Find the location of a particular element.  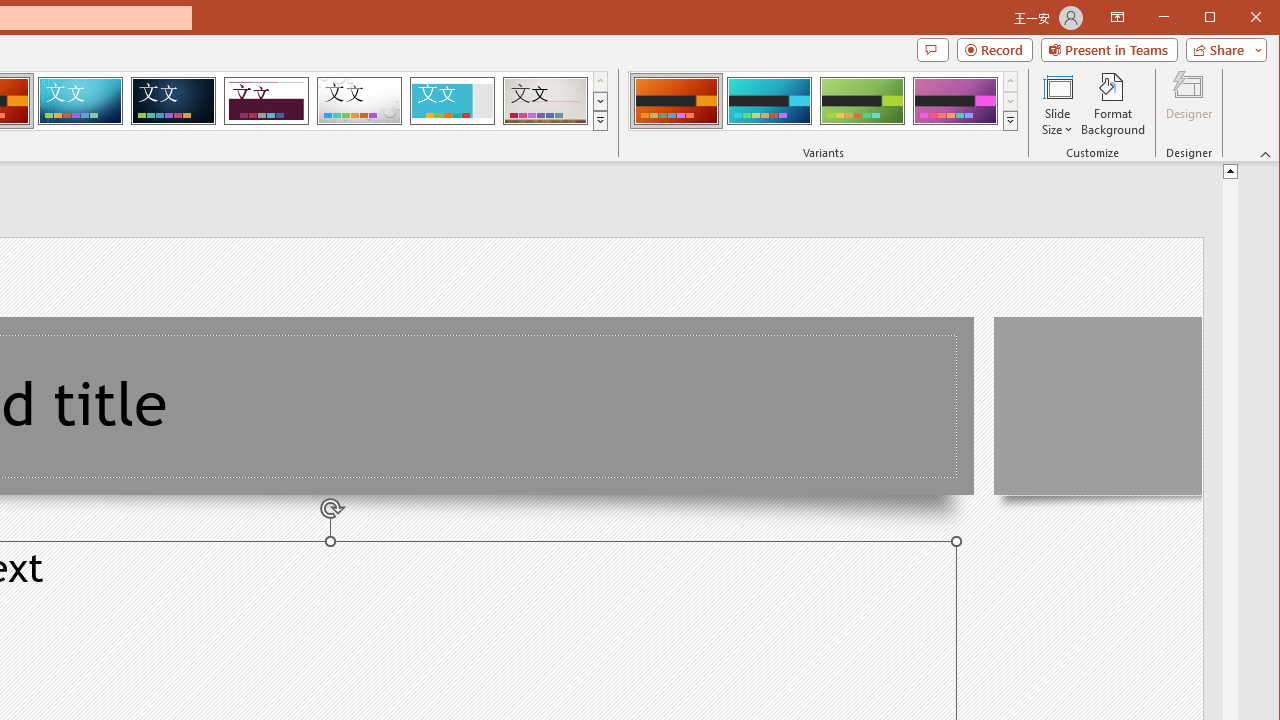

'Frame' is located at coordinates (451, 100).